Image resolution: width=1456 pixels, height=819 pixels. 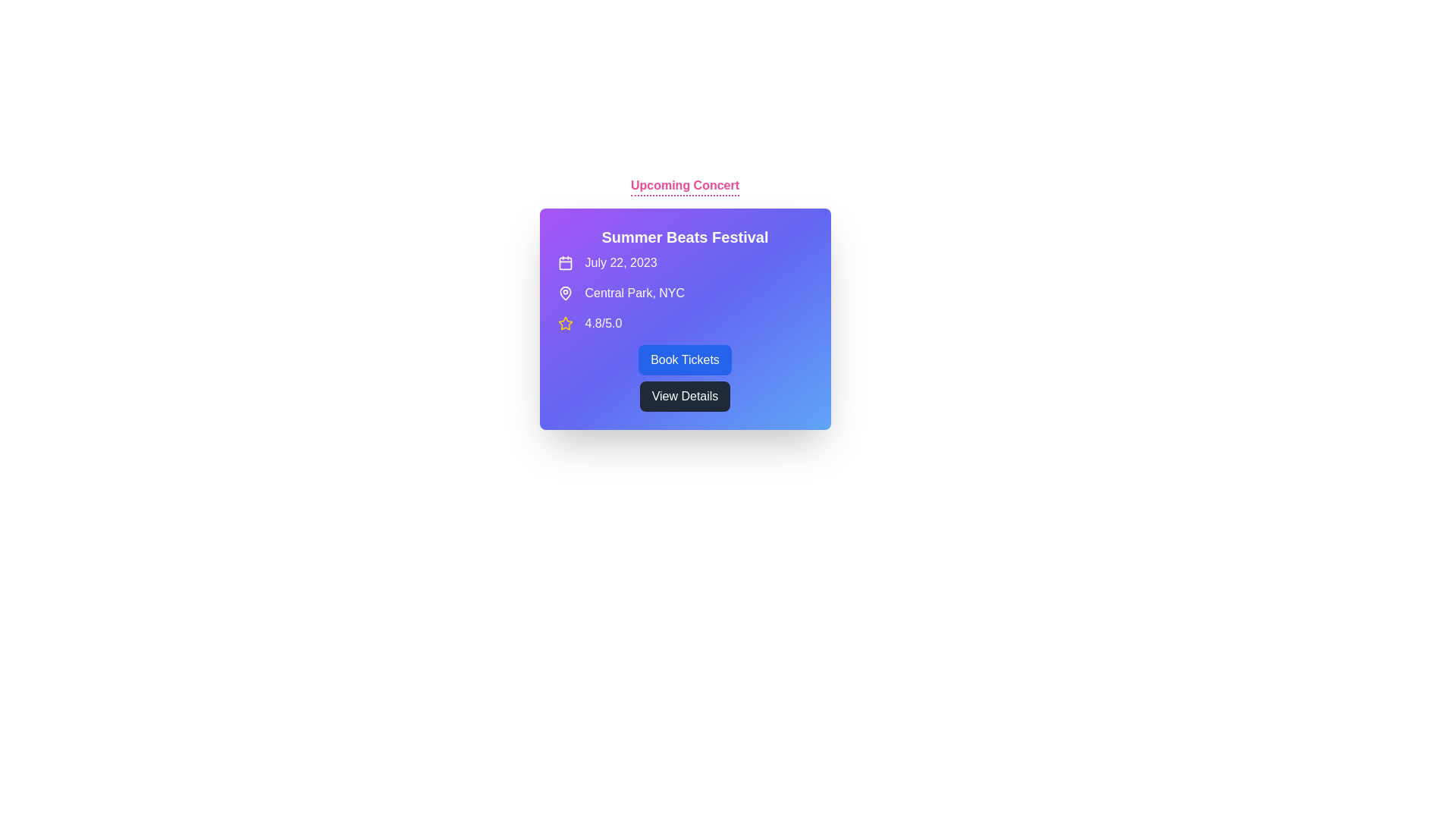 What do you see at coordinates (564, 293) in the screenshot?
I see `the map pin icon located to the left of the text 'Central Park, NYC', which is the first element in its horizontally aligned group` at bounding box center [564, 293].